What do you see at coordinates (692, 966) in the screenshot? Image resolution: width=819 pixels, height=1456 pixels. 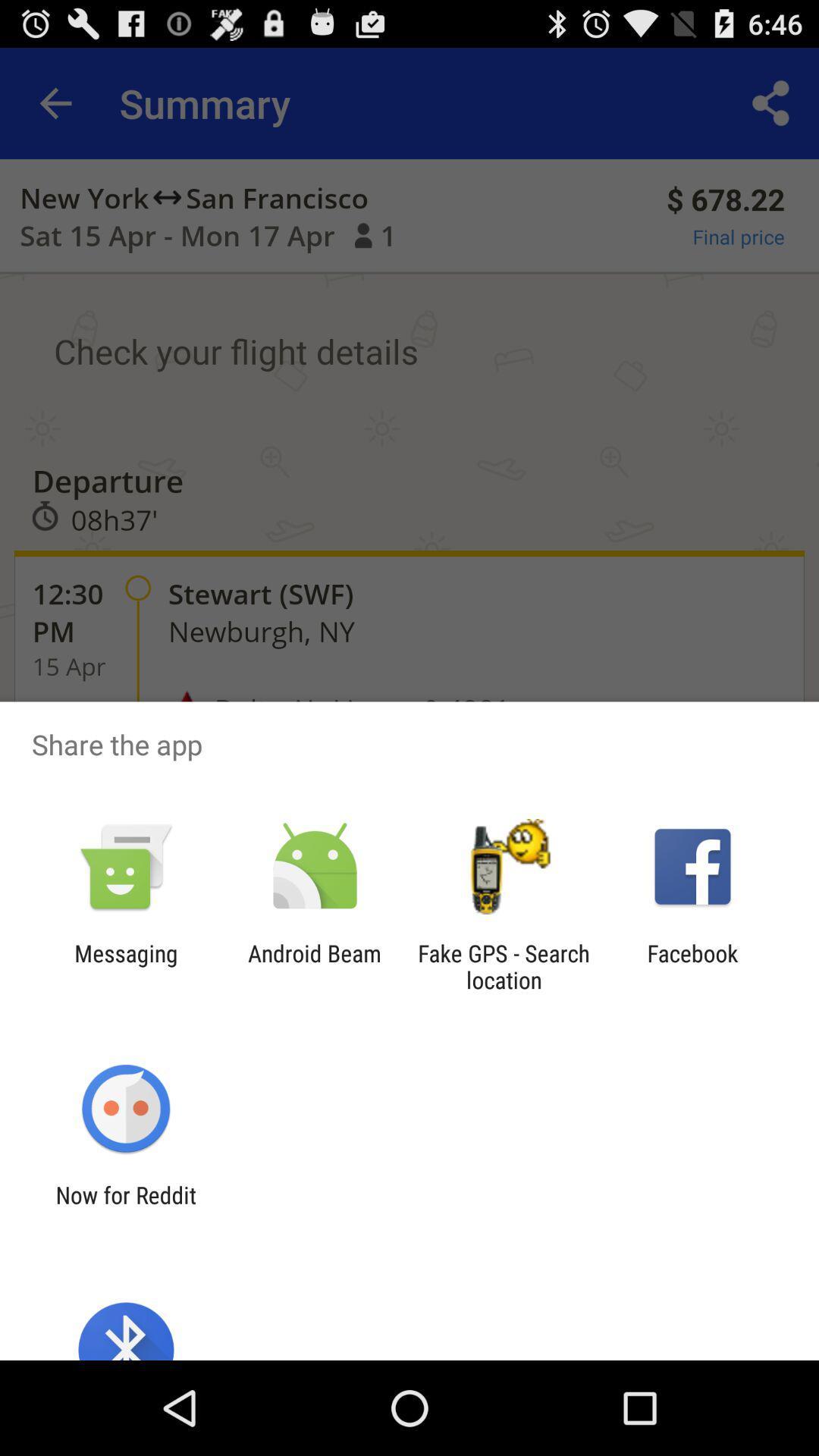 I see `icon next to the fake gps search item` at bounding box center [692, 966].